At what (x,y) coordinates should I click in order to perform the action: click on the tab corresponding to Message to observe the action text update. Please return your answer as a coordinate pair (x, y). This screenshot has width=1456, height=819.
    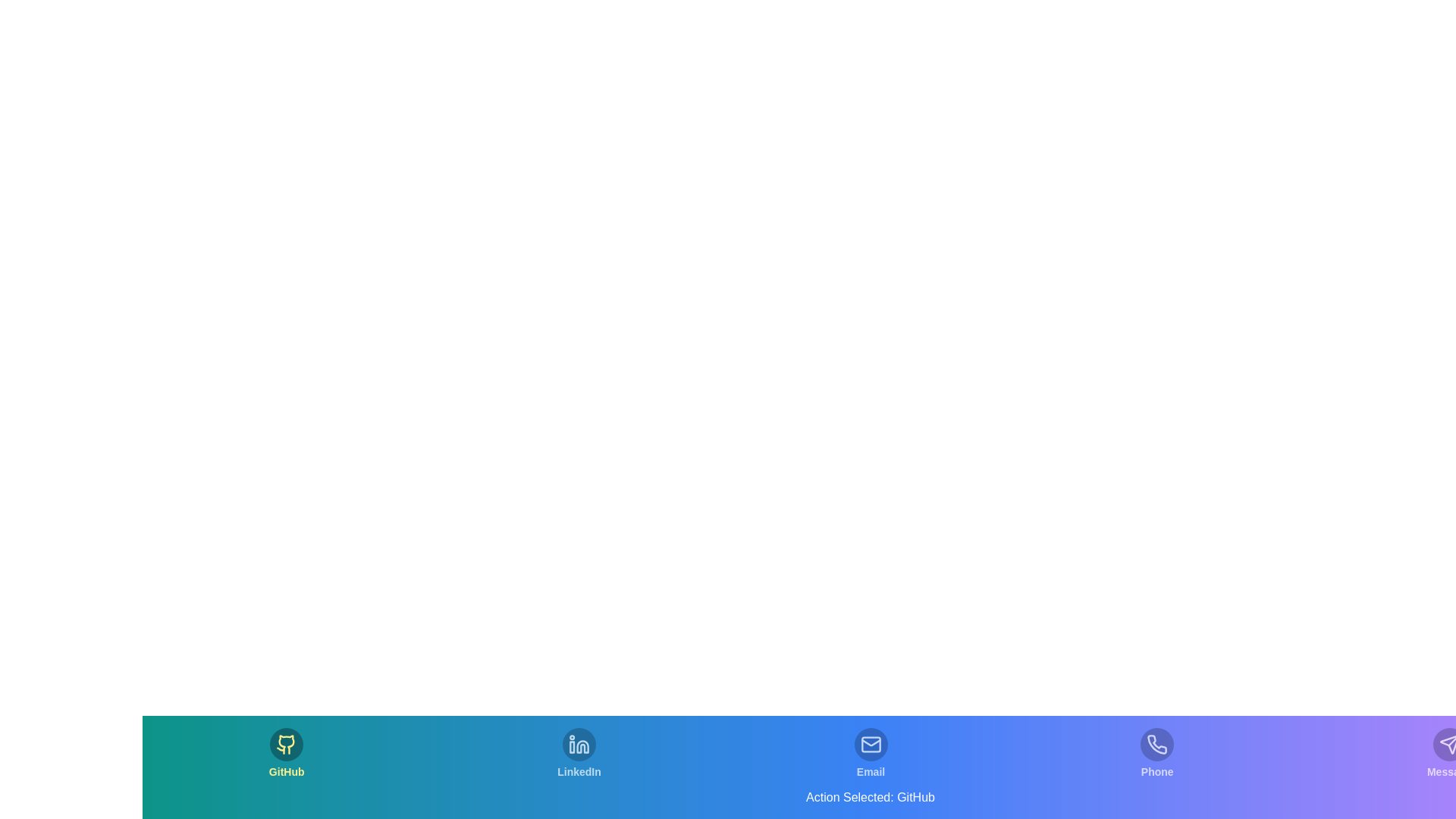
    Looking at the image, I should click on (1448, 754).